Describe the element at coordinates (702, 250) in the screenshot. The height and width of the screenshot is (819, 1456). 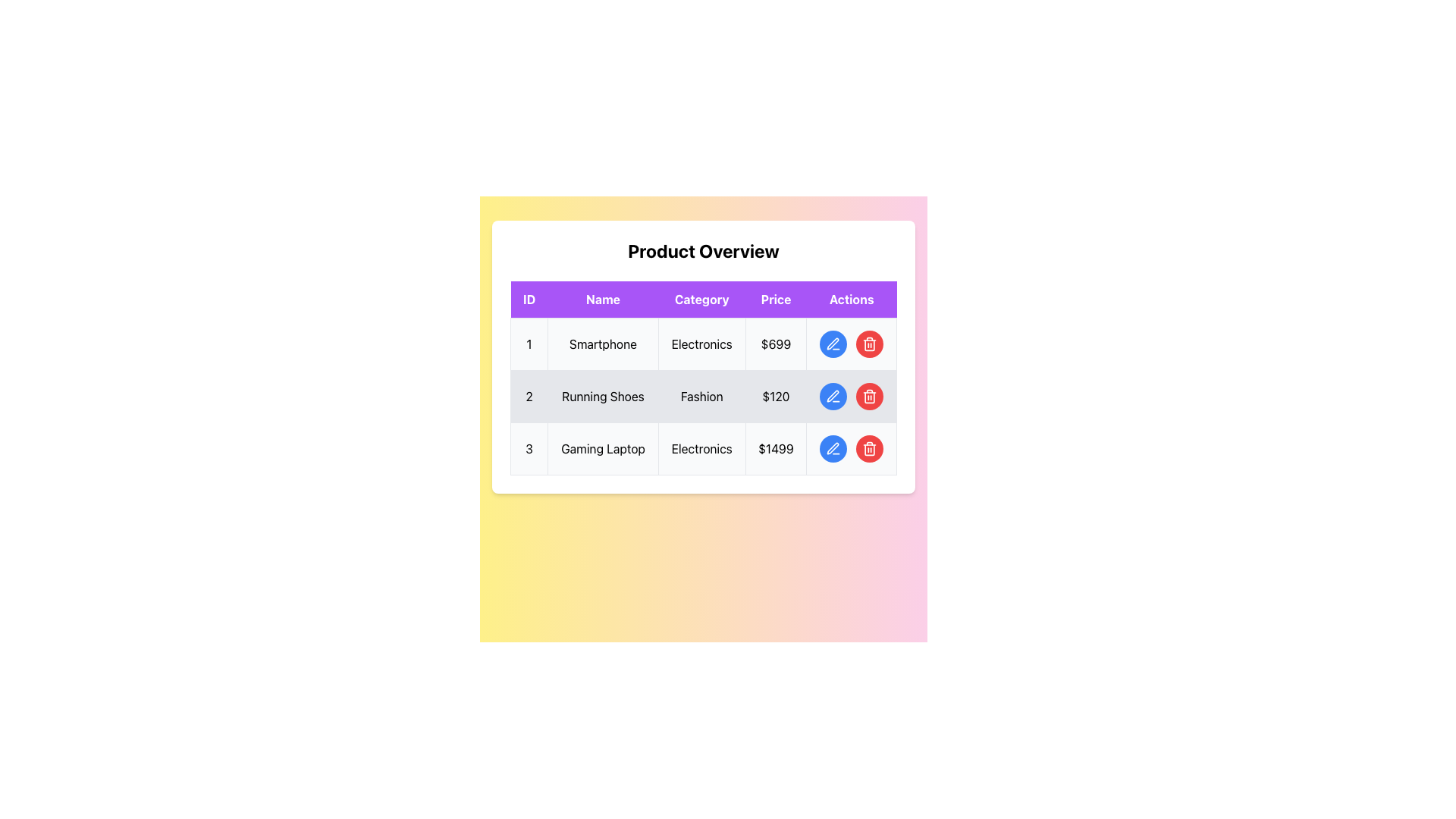
I see `the text header 'Product Overview' which is styled with bold and enlarged font, centered horizontally above the table` at that location.